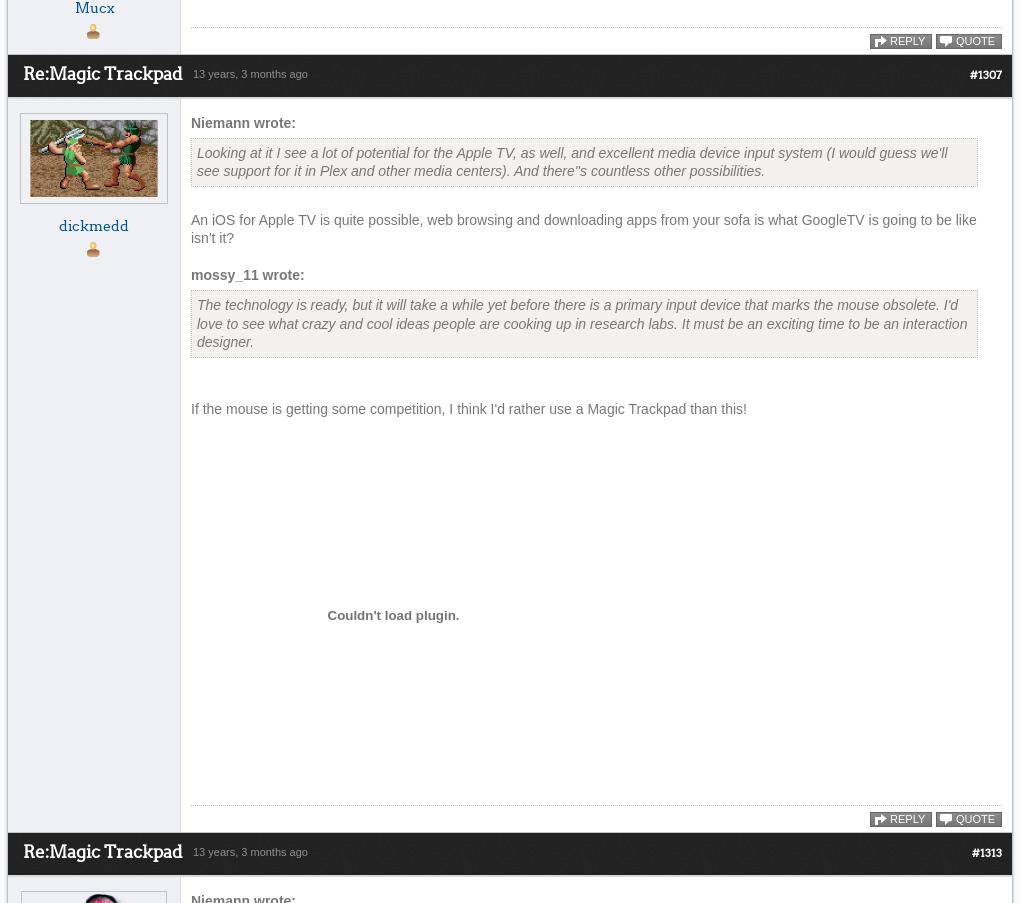 This screenshot has height=903, width=1020. What do you see at coordinates (970, 853) in the screenshot?
I see `'#1313'` at bounding box center [970, 853].